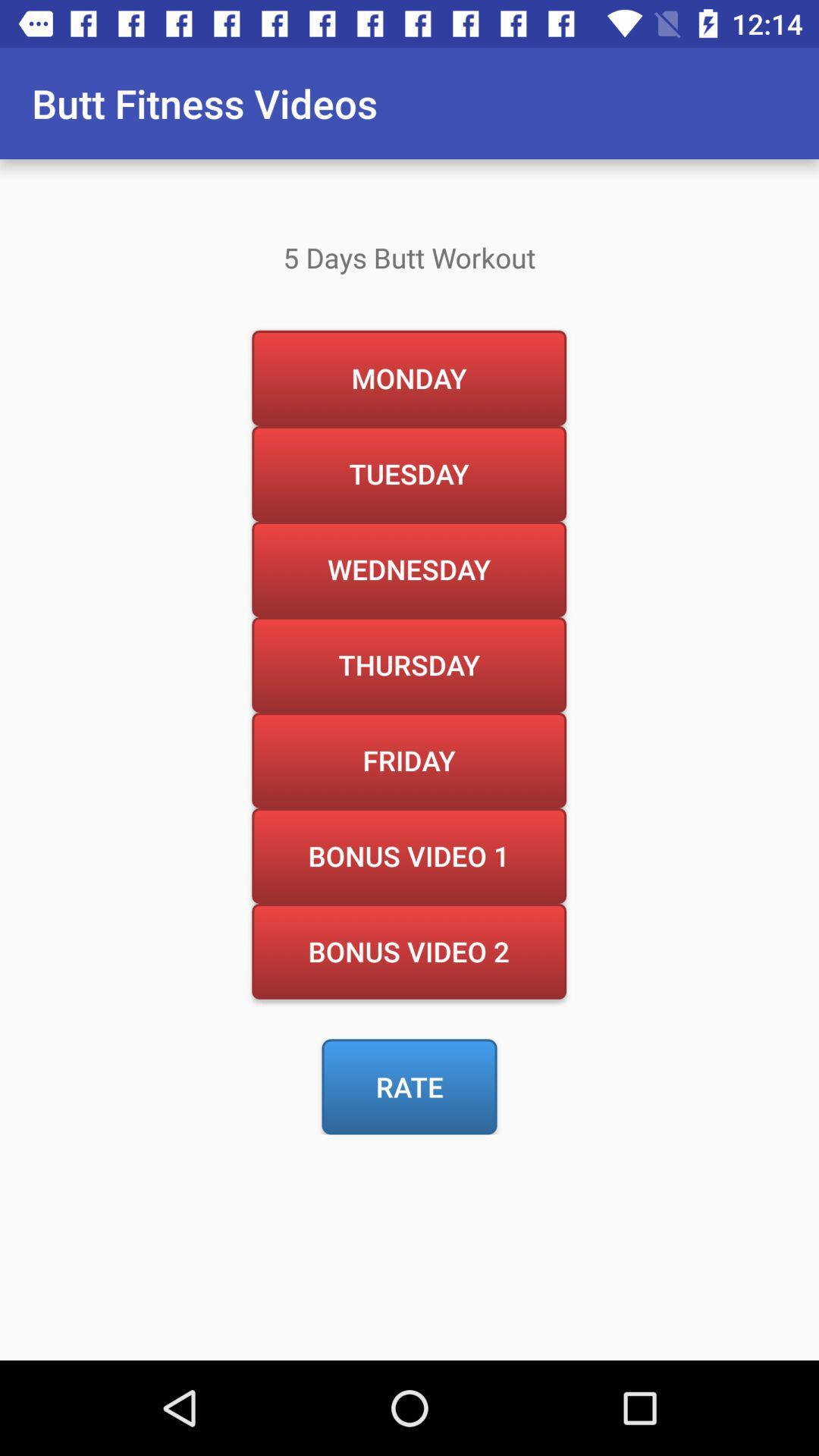  I want to click on icon below the tuesday, so click(408, 568).